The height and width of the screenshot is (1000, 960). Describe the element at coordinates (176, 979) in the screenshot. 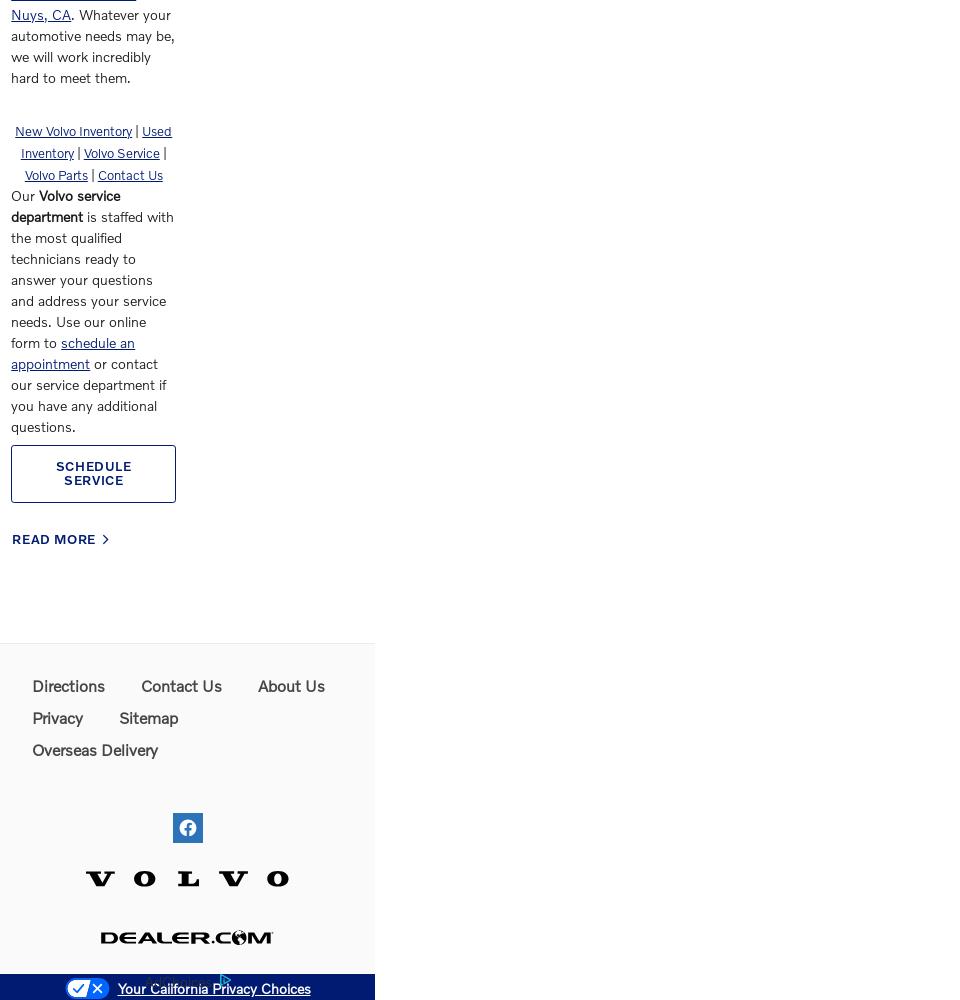

I see `'AdChoices'` at that location.